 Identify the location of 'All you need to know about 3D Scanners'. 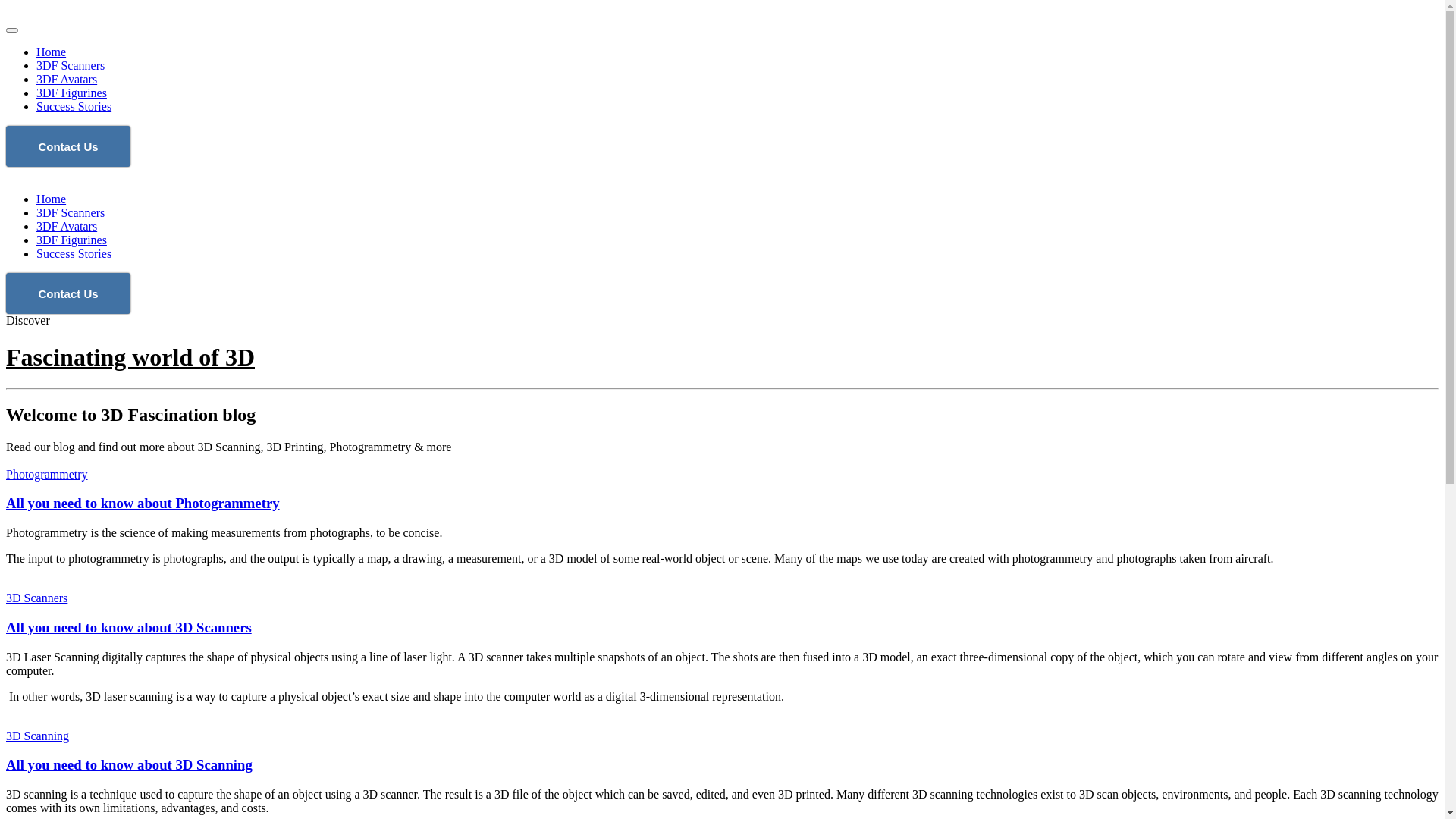
(128, 627).